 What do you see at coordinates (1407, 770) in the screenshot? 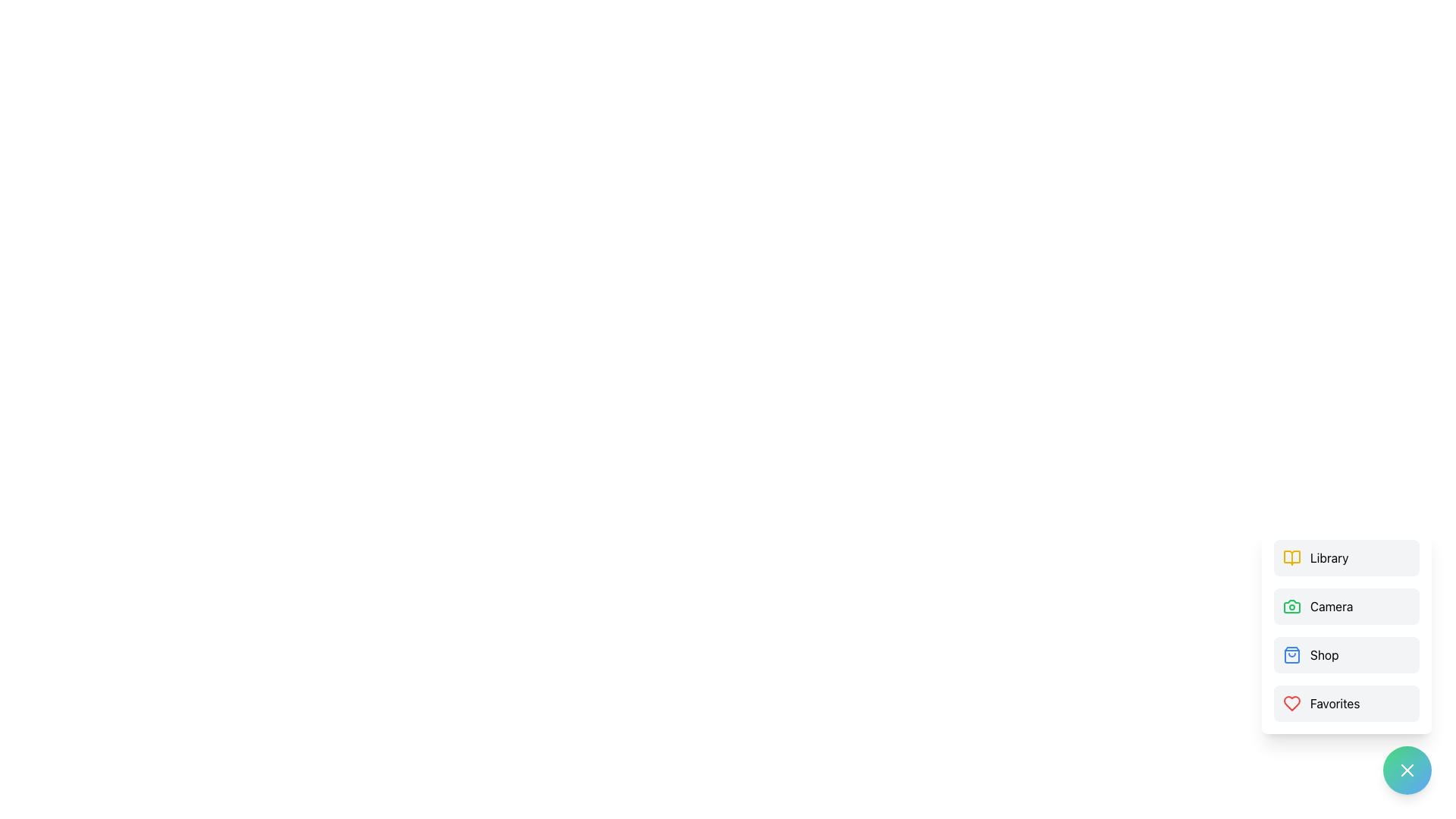
I see `the cross icon located in the bottom-right corner of the interface` at bounding box center [1407, 770].